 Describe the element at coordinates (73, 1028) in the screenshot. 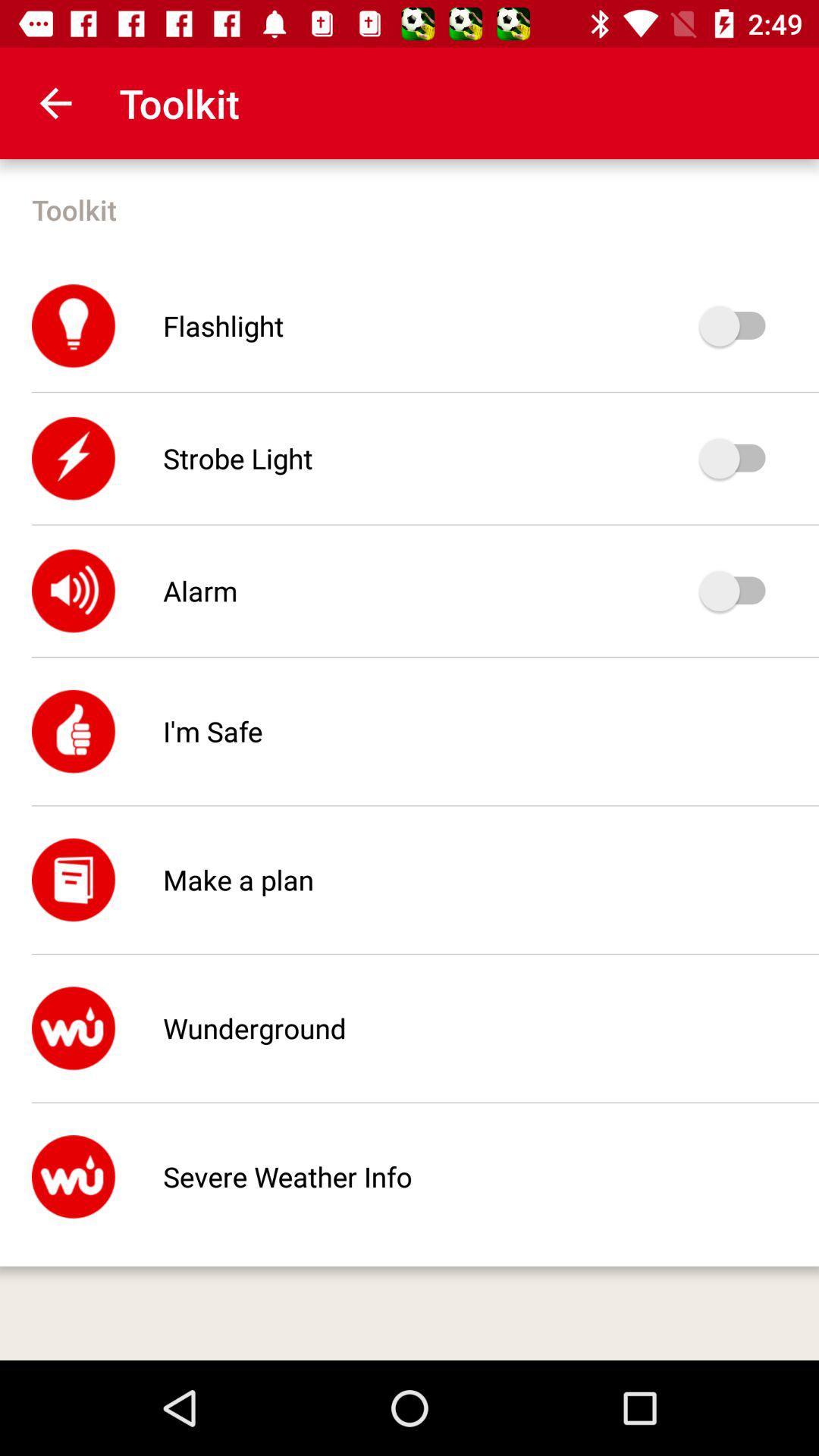

I see `the icon left to wunderground` at that location.